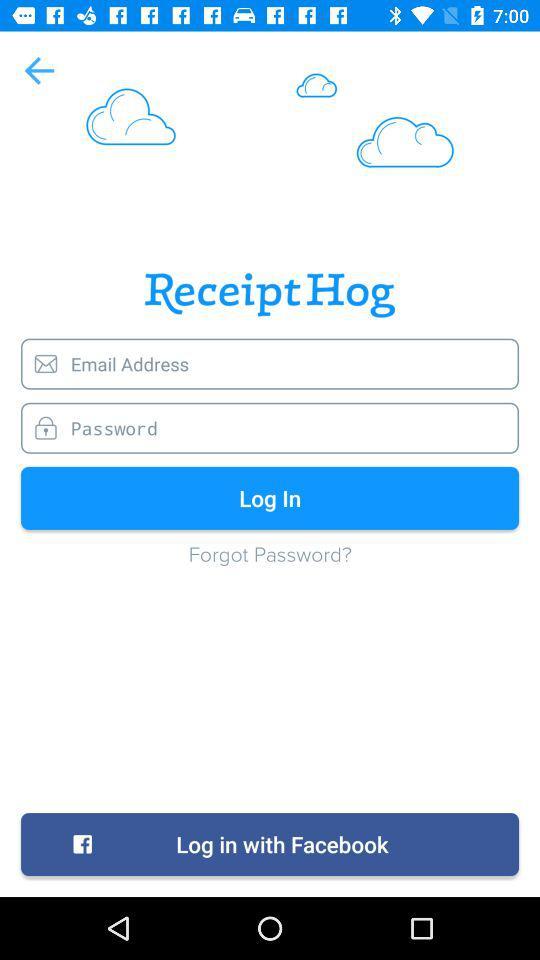 The image size is (540, 960). What do you see at coordinates (270, 563) in the screenshot?
I see `icon above the log in with` at bounding box center [270, 563].